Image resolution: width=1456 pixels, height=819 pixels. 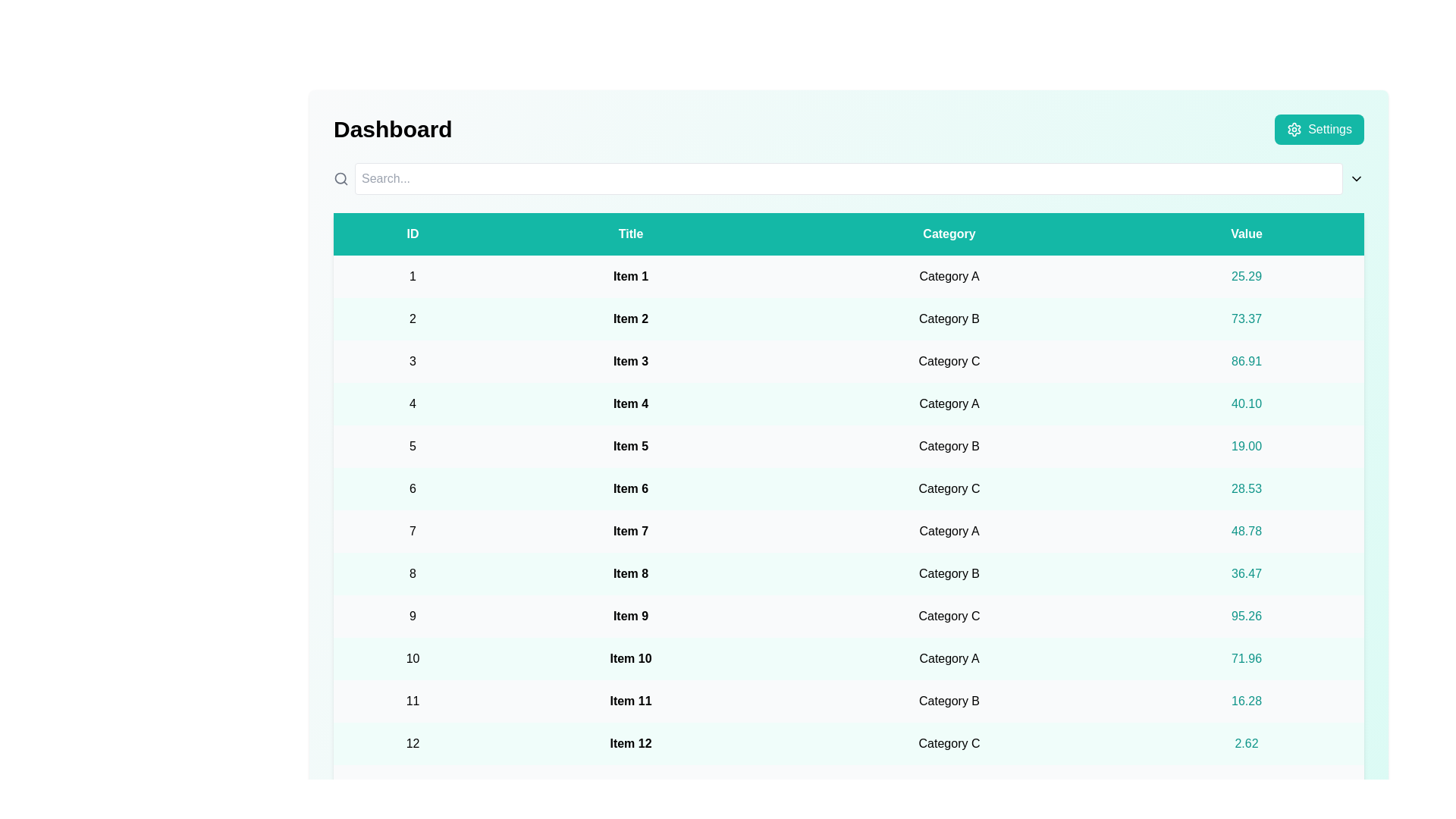 What do you see at coordinates (413, 234) in the screenshot?
I see `the ID header to sort the table data` at bounding box center [413, 234].